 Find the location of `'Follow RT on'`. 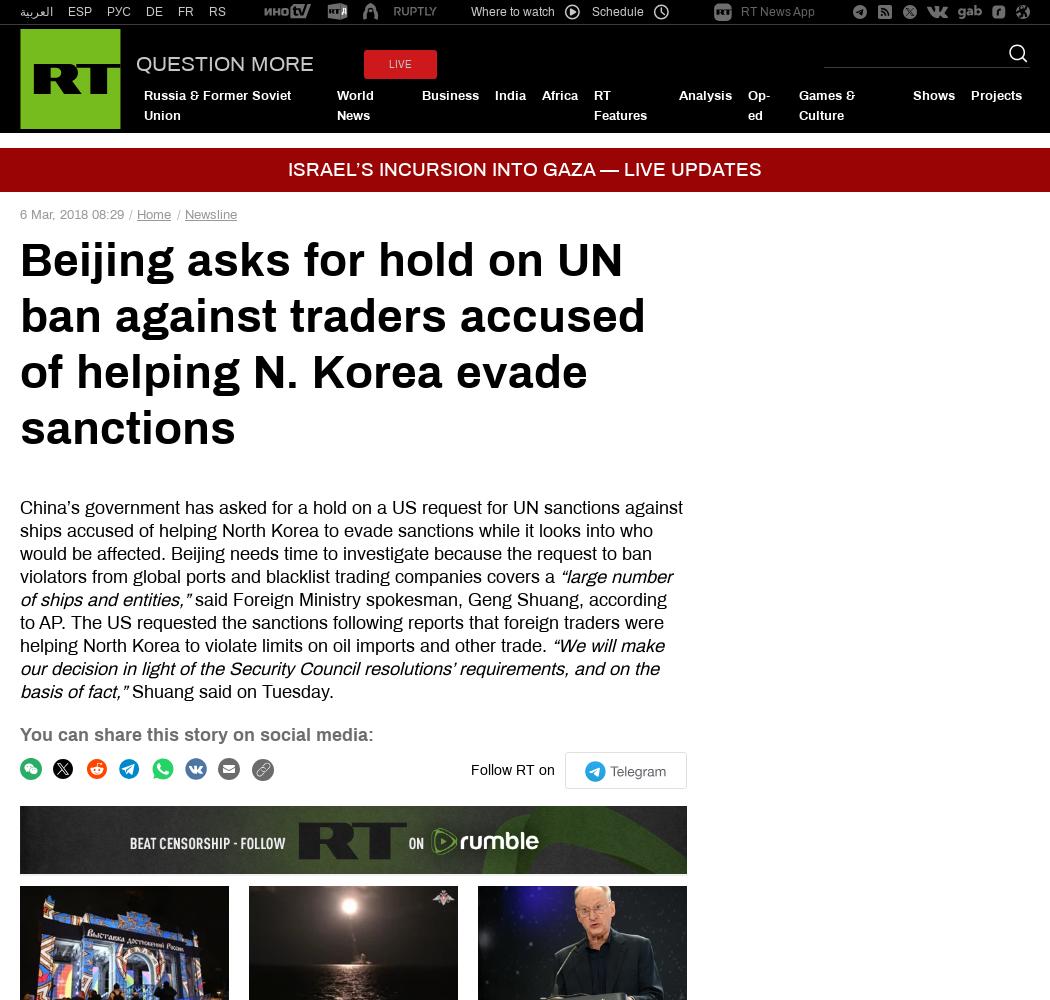

'Follow RT on' is located at coordinates (510, 769).